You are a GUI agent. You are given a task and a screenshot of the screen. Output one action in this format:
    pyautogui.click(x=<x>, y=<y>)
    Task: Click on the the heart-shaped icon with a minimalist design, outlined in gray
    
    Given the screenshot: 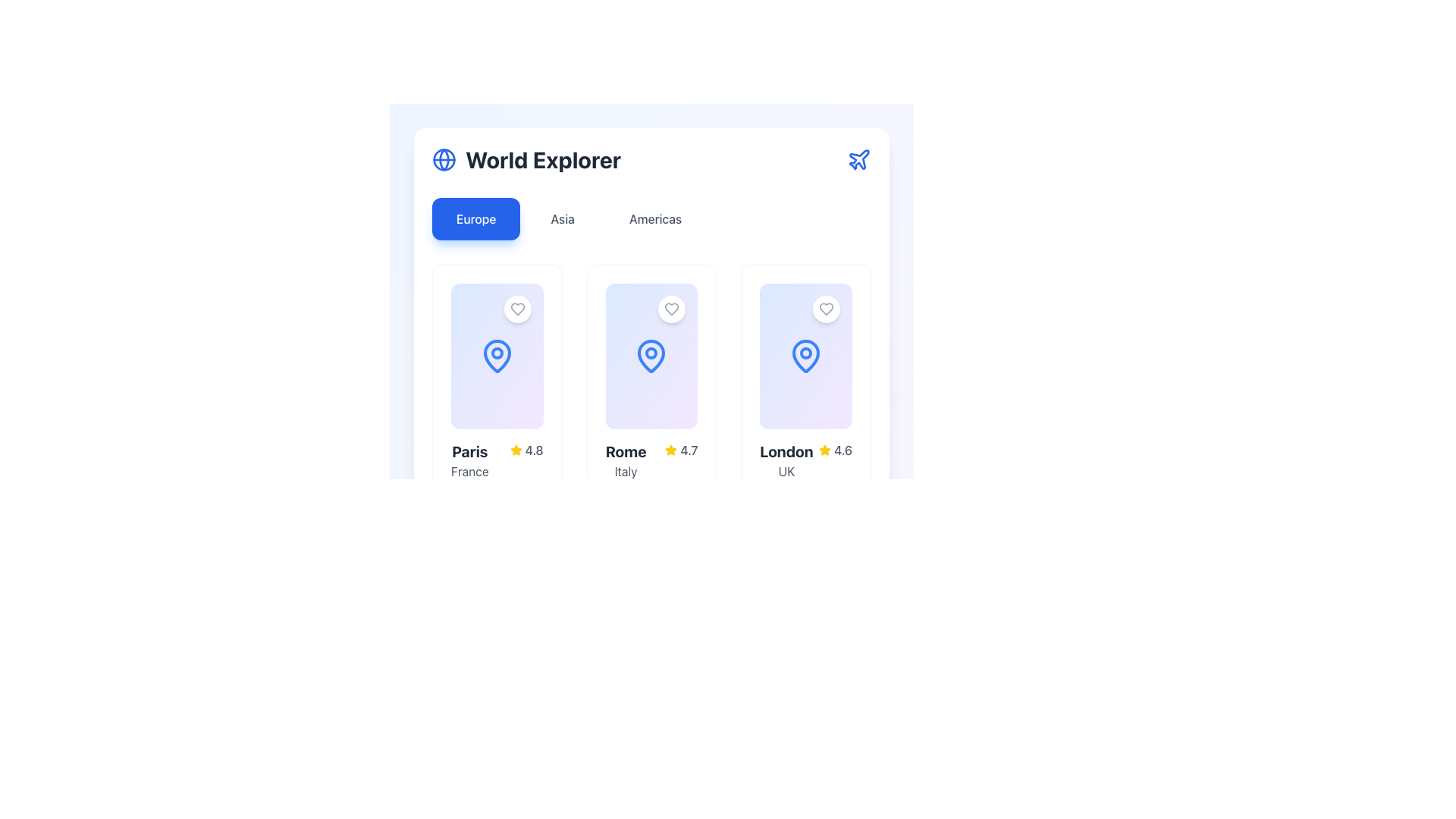 What is the action you would take?
    pyautogui.click(x=825, y=309)
    